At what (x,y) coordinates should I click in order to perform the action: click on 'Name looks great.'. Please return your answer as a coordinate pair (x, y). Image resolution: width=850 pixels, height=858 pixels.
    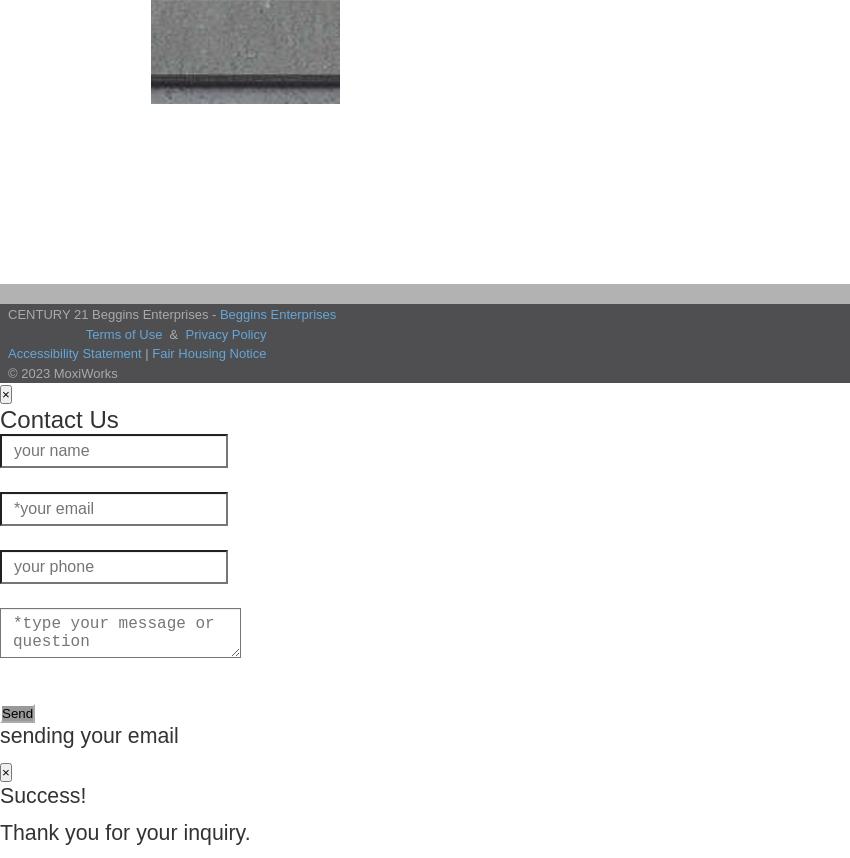
    Looking at the image, I should click on (60, 476).